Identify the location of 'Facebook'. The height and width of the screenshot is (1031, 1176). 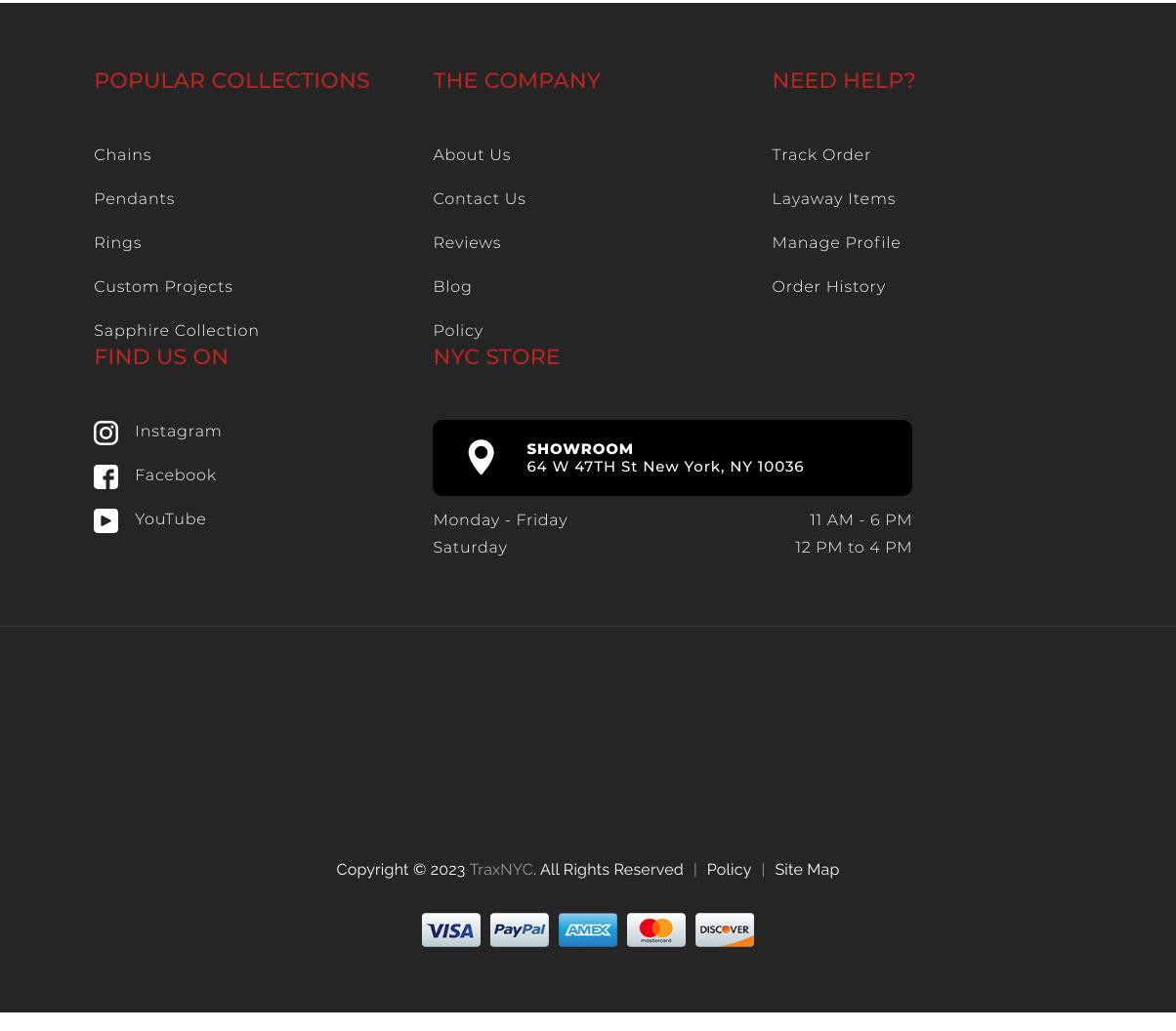
(175, 474).